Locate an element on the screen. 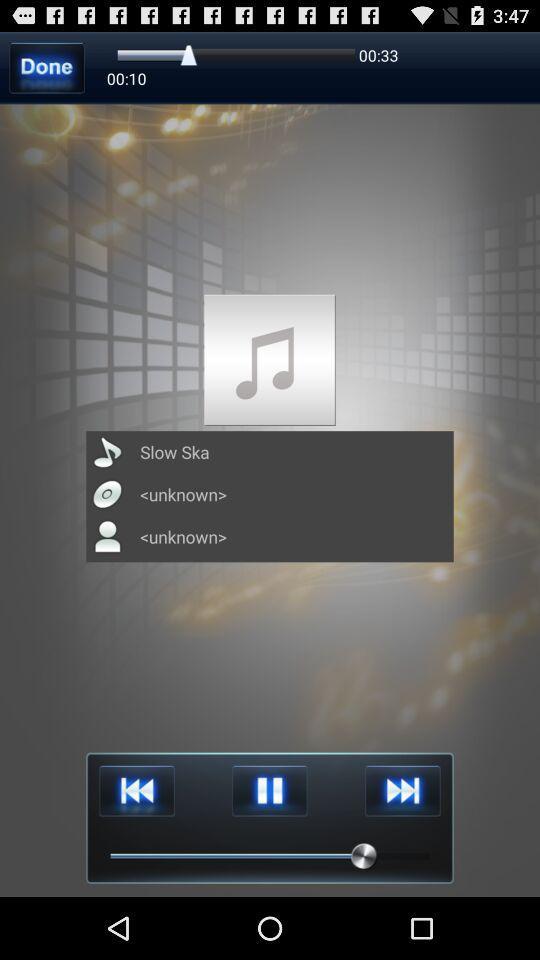  return to previous screen is located at coordinates (47, 67).